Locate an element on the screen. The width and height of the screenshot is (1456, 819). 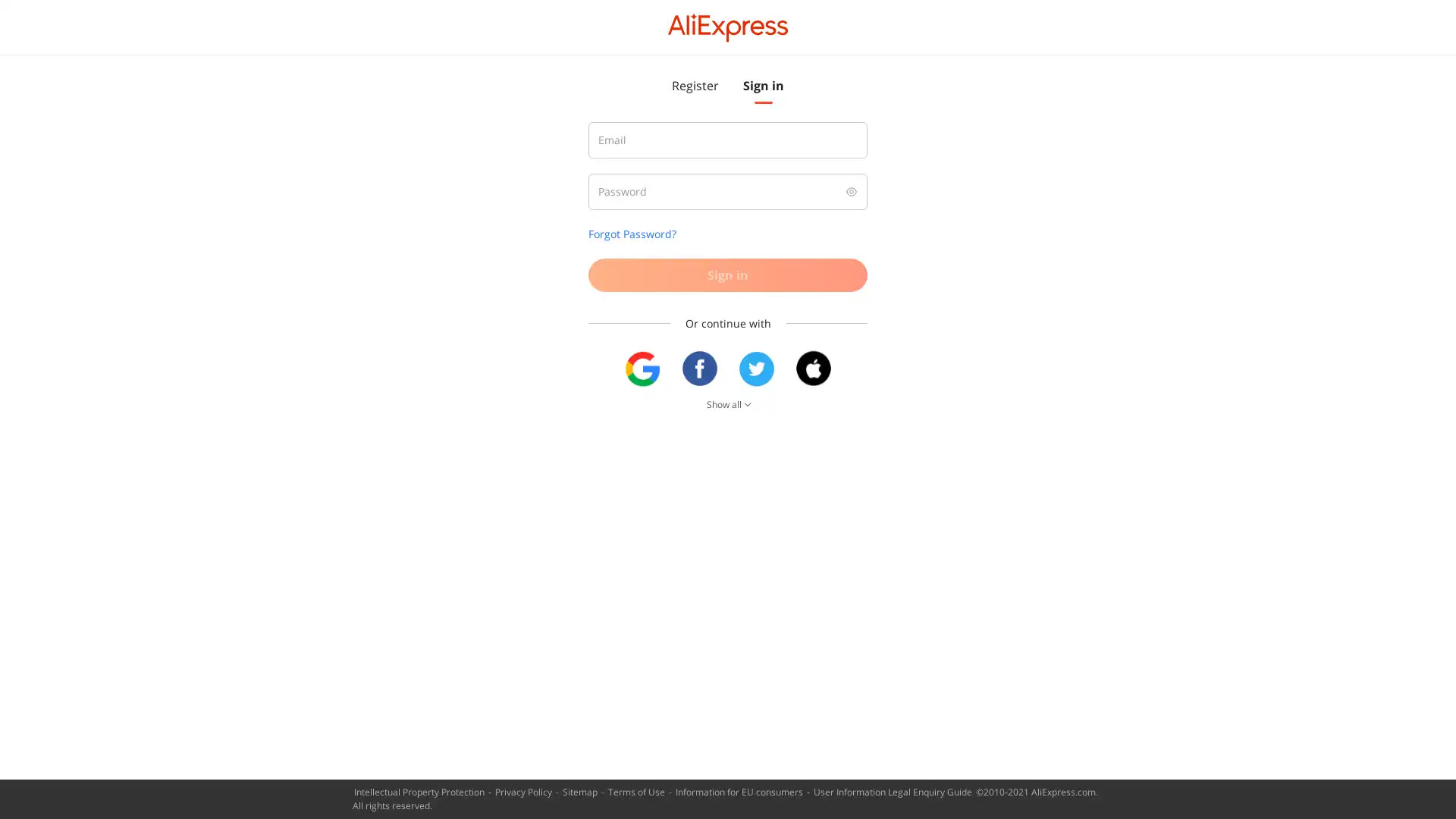
Sign in is located at coordinates (728, 275).